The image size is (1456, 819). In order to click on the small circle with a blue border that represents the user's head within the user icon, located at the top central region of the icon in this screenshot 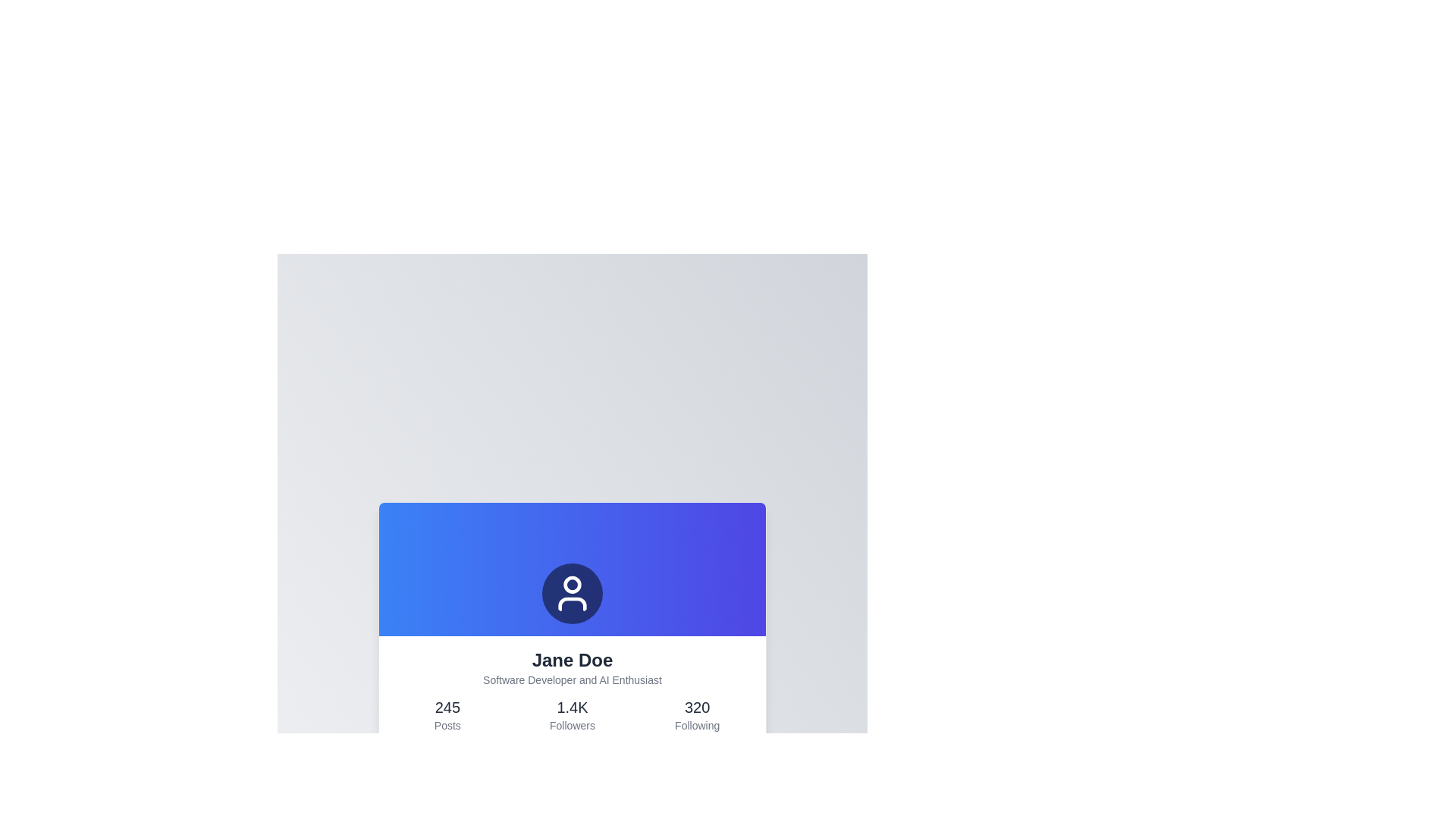, I will do `click(571, 584)`.